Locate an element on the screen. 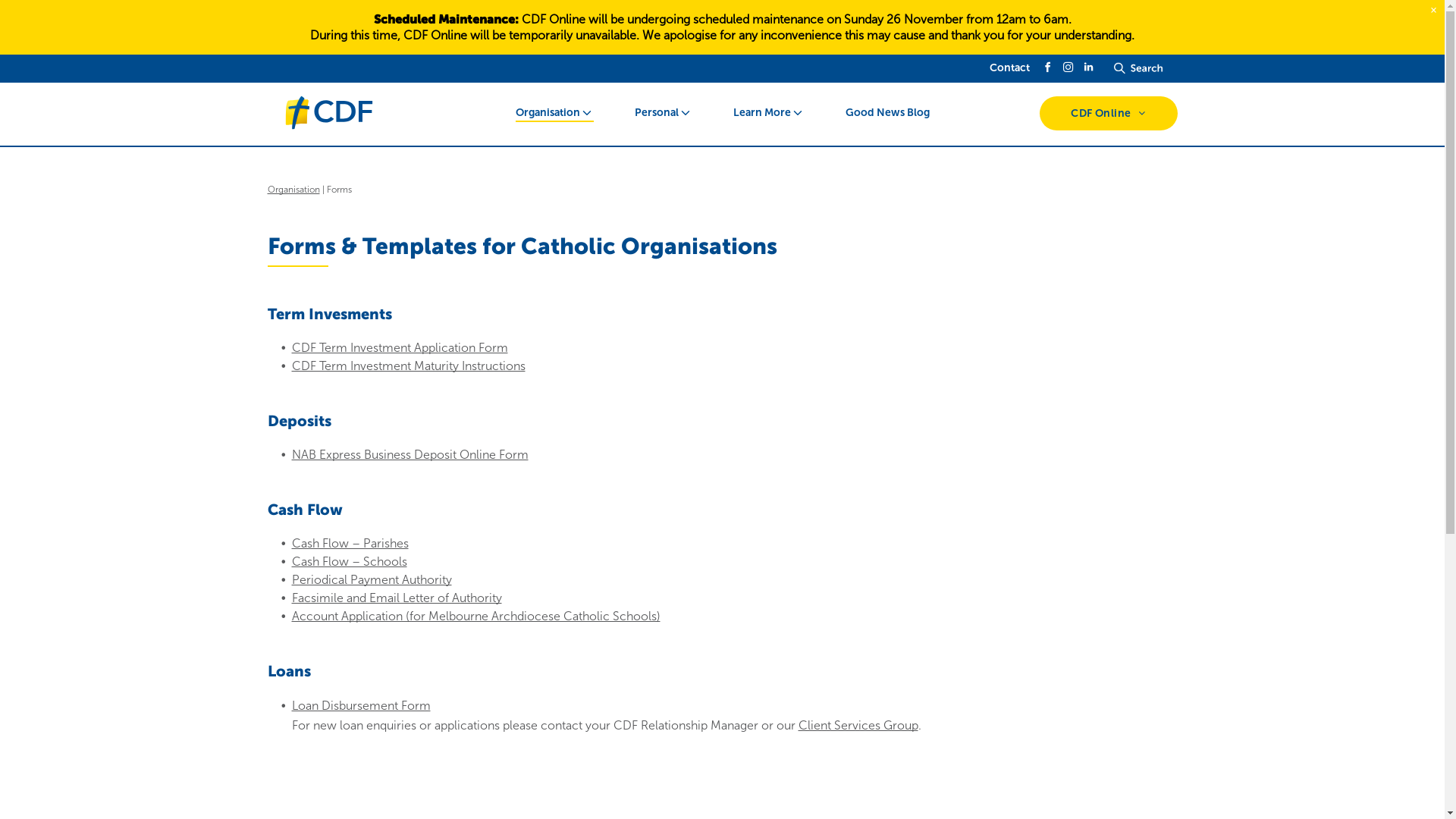 The width and height of the screenshot is (1456, 819). 'Good News Blog' is located at coordinates (887, 111).